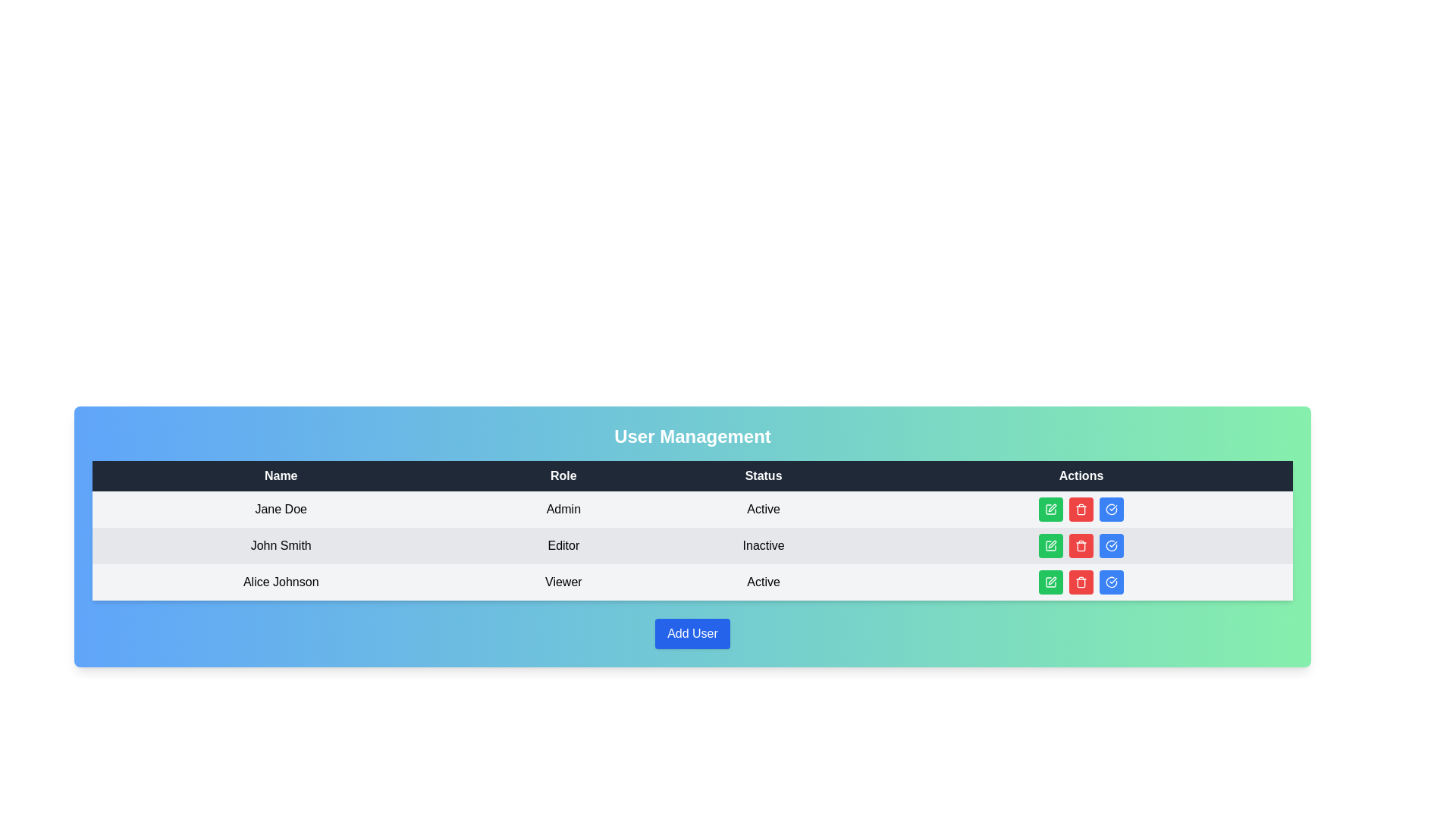 The image size is (1456, 819). I want to click on the delete button in the user management table, which is the second button from the left in the actions column, so click(1080, 509).